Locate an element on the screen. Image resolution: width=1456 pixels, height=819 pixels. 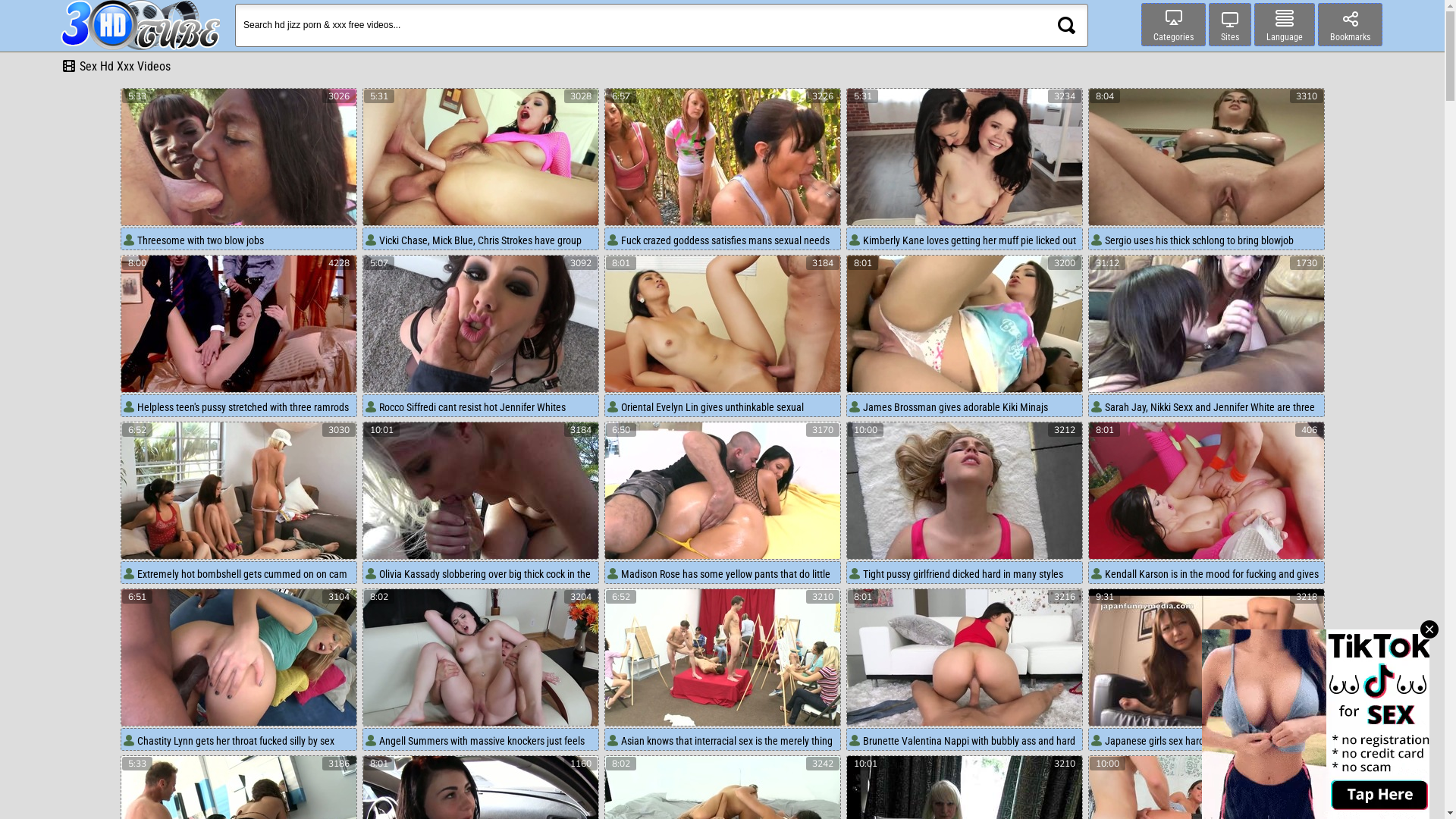
'Categories' is located at coordinates (1172, 24).